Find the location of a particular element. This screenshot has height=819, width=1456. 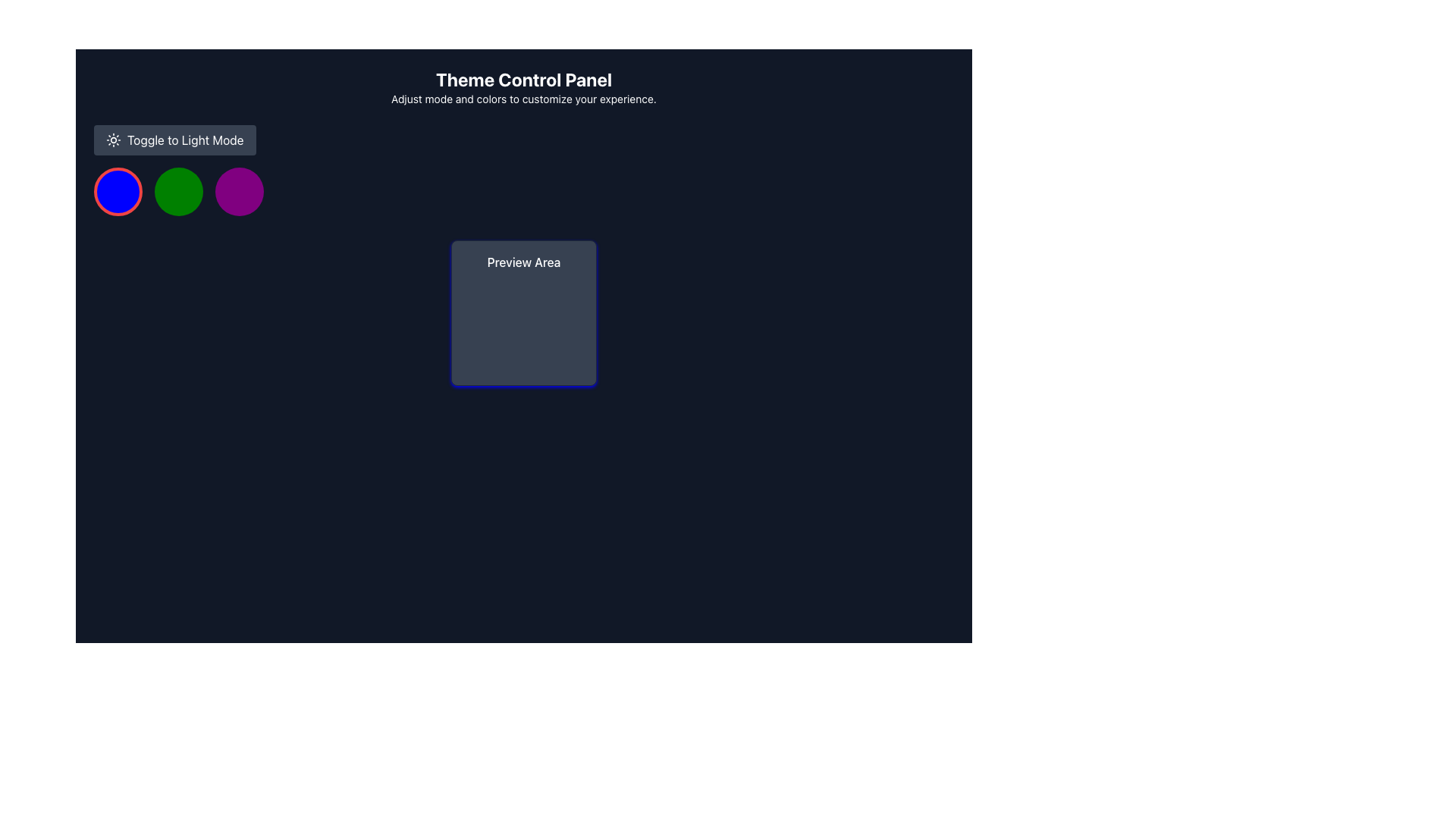

the blue circular button with a red border, which is the first in a row of three buttons is located at coordinates (118, 191).